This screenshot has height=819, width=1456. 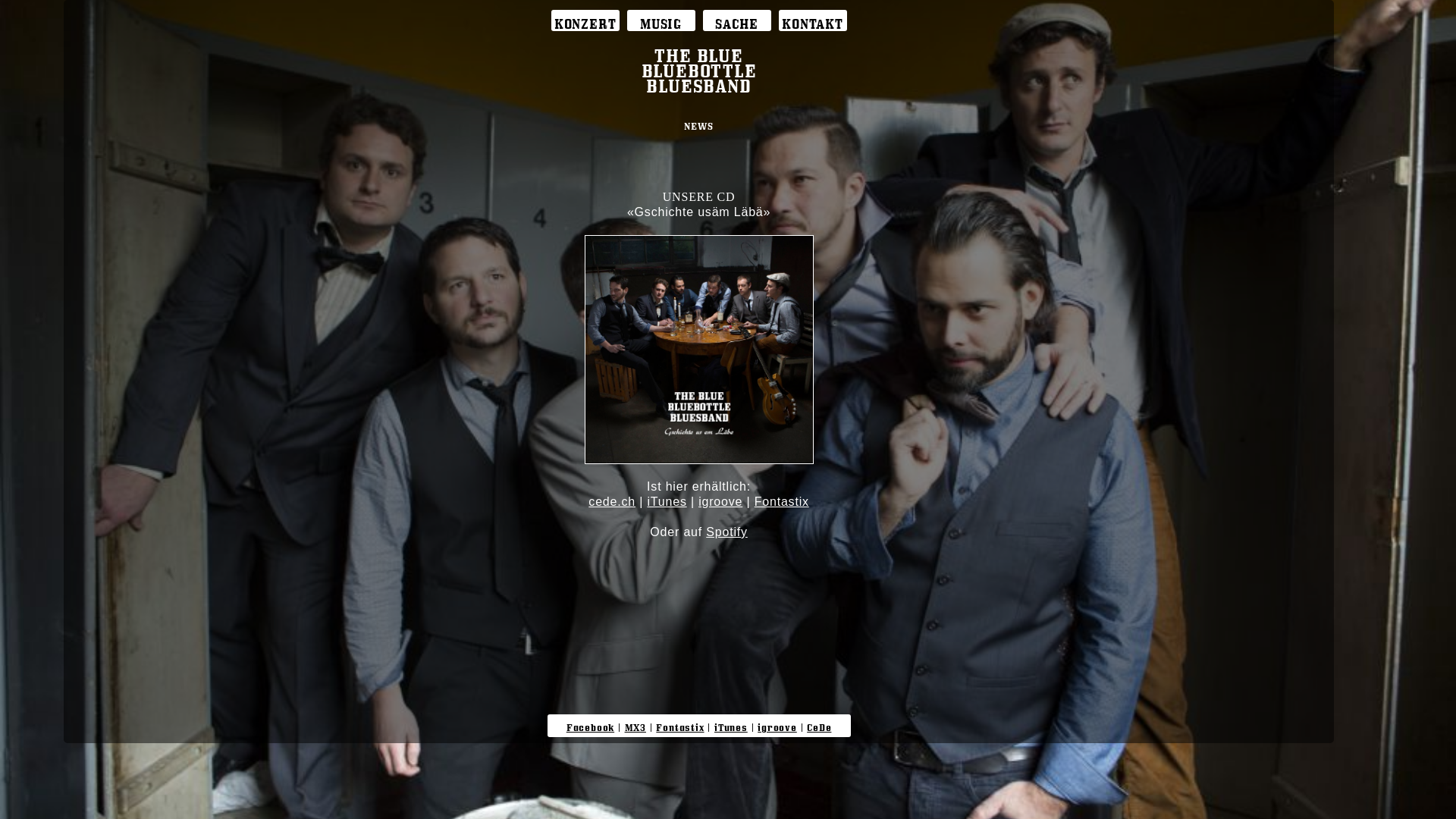 What do you see at coordinates (635, 724) in the screenshot?
I see `'MX3'` at bounding box center [635, 724].